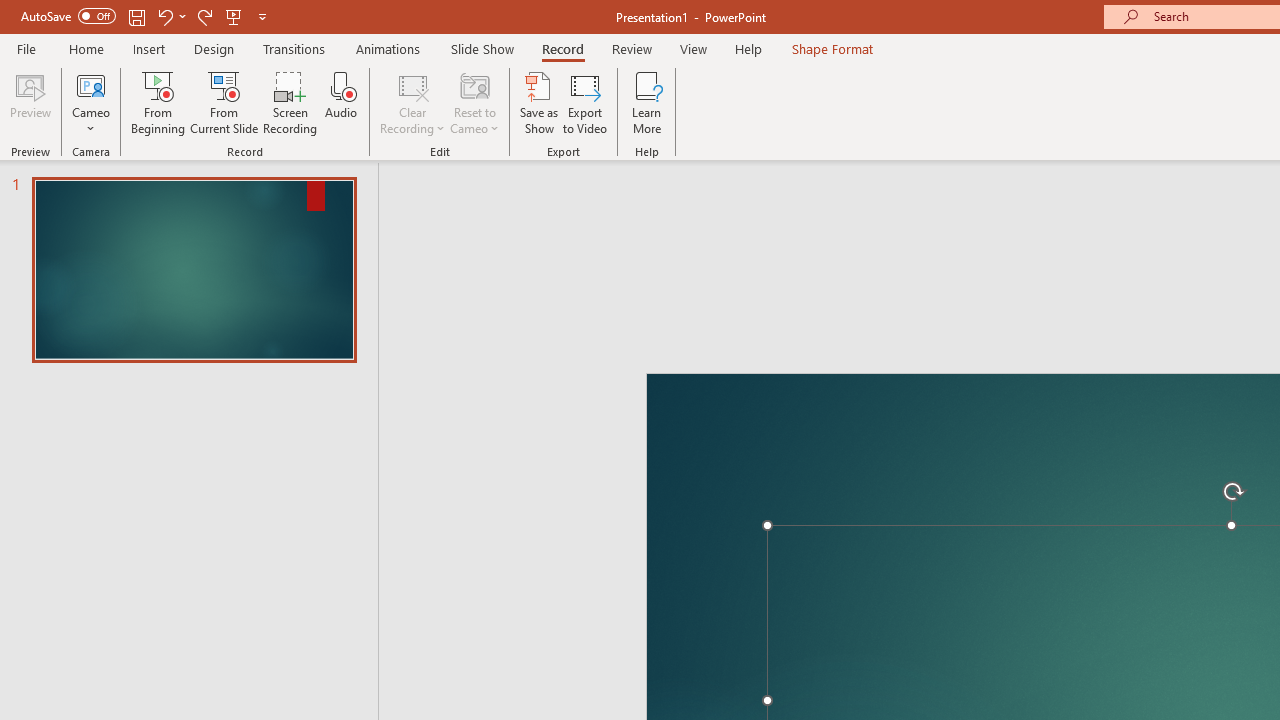  Describe the element at coordinates (289, 103) in the screenshot. I see `'Screen Recording'` at that location.